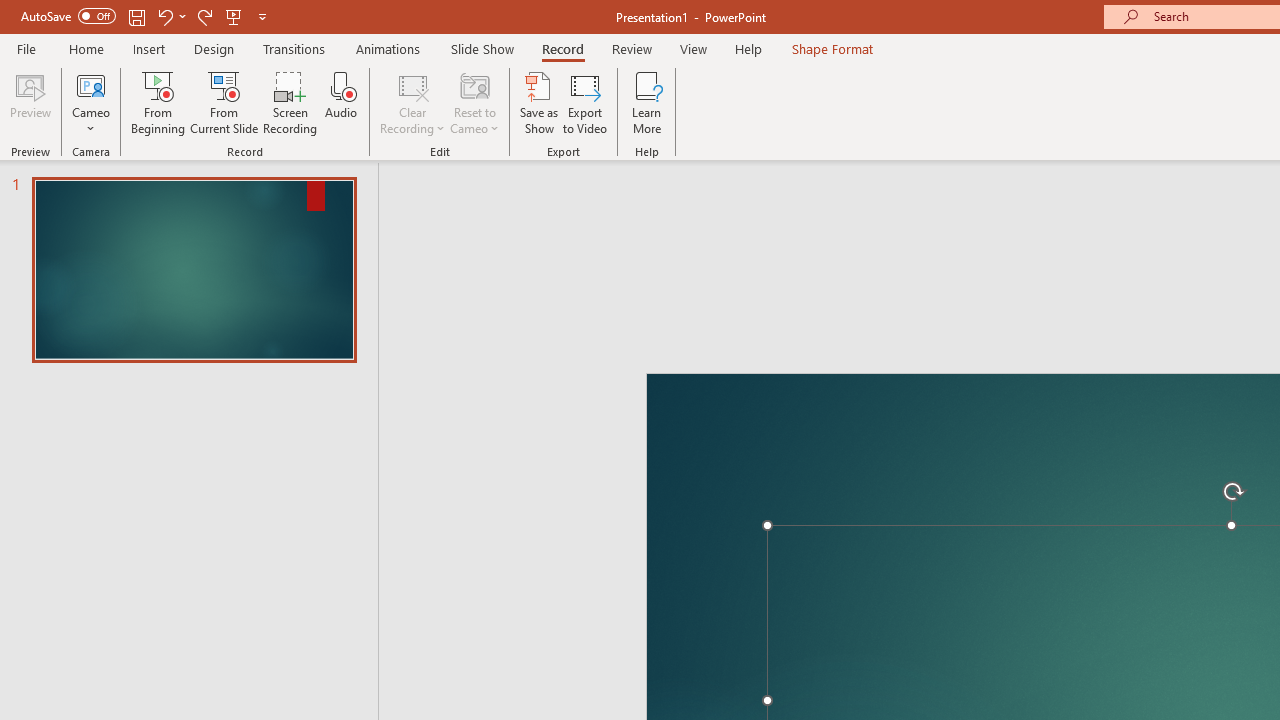  Describe the element at coordinates (289, 103) in the screenshot. I see `'Screen Recording'` at that location.